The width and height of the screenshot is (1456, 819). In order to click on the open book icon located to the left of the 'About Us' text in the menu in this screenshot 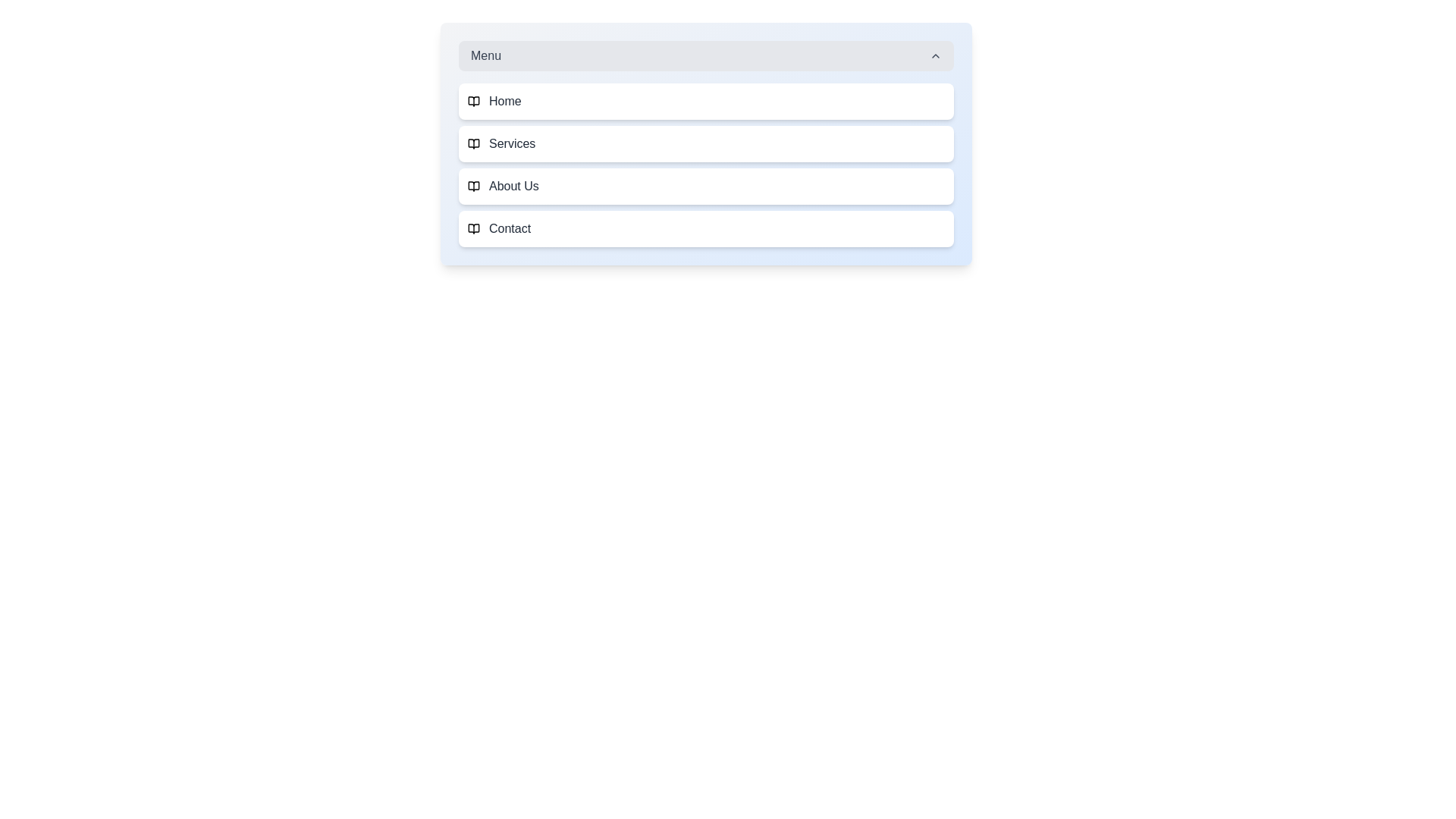, I will do `click(472, 186)`.